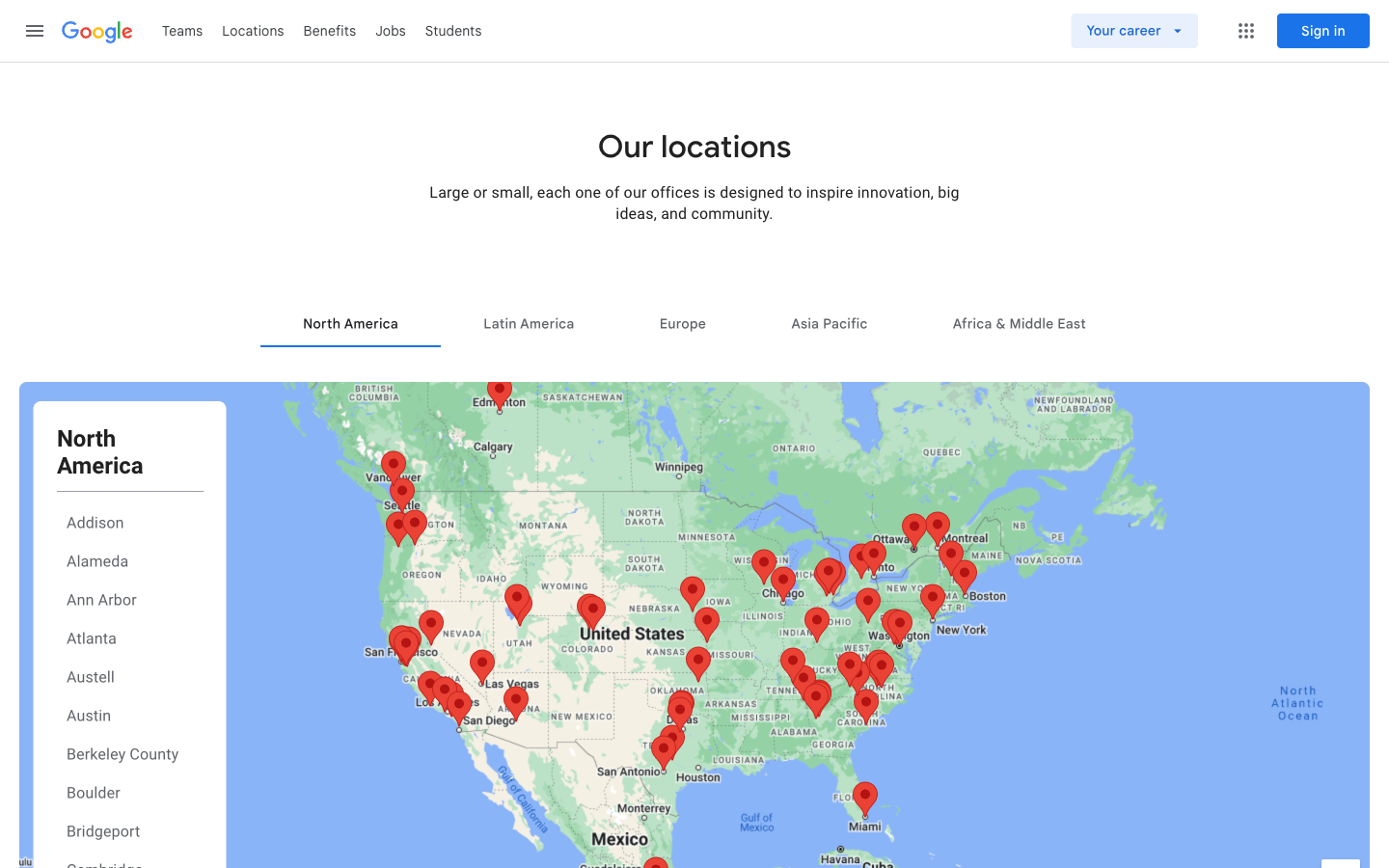 This screenshot has width=1389, height=868. I want to click on Check Job Page, so click(182, 29).